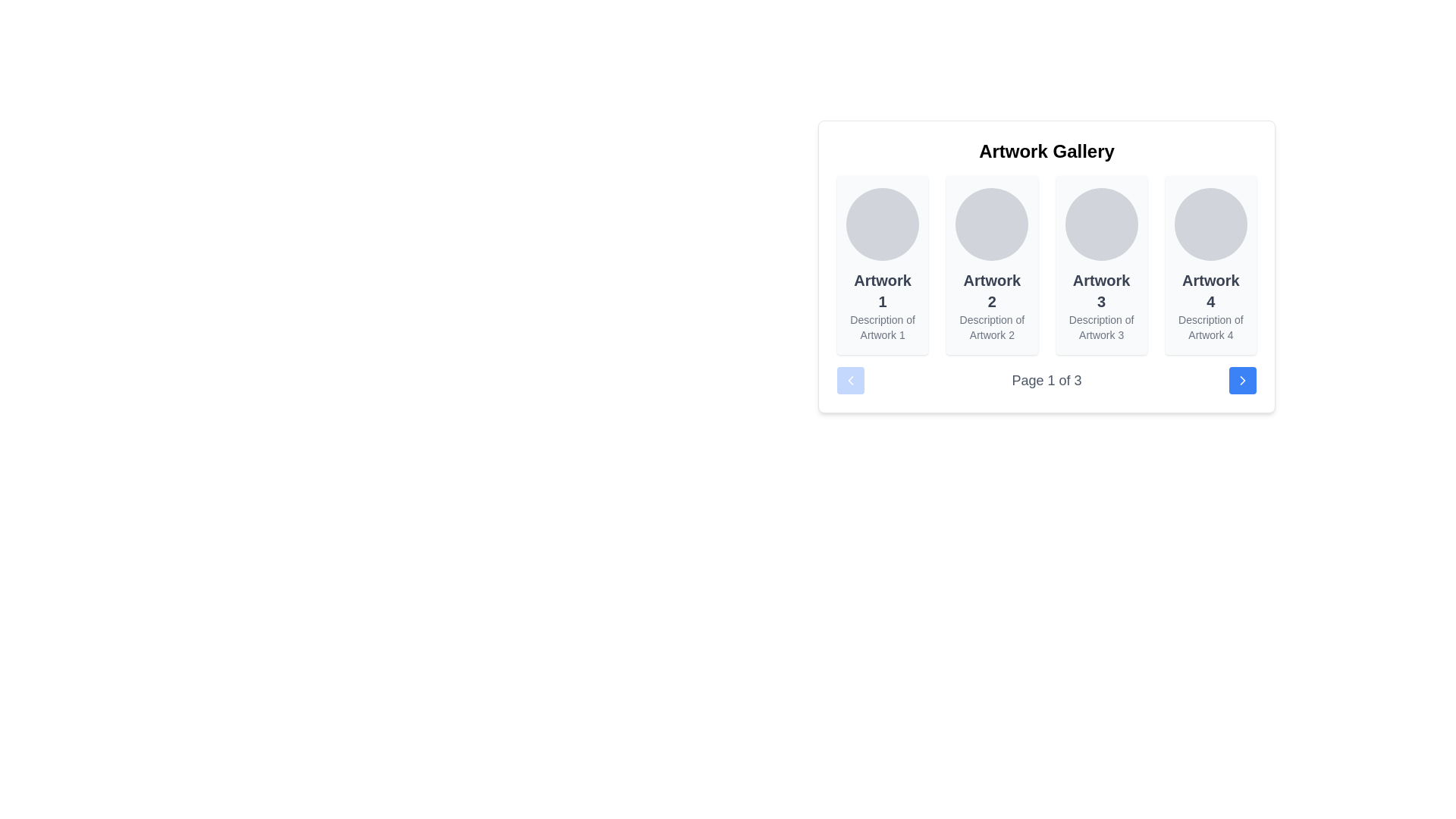  What do you see at coordinates (1242, 379) in the screenshot?
I see `the chevron icon within the circular button at the bottom-right corner of the artwork gallery` at bounding box center [1242, 379].